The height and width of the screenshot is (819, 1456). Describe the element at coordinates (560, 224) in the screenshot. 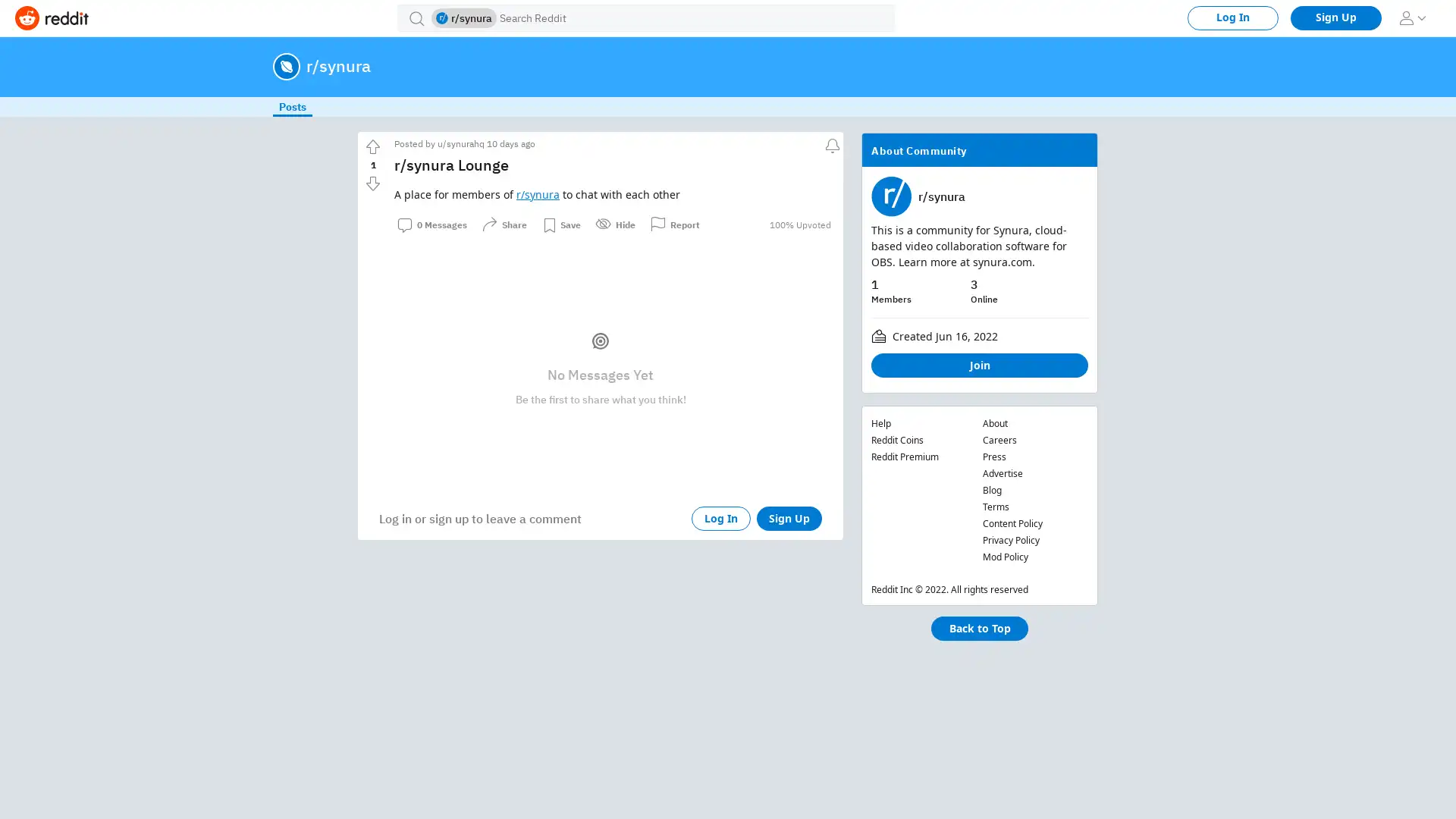

I see `Save` at that location.